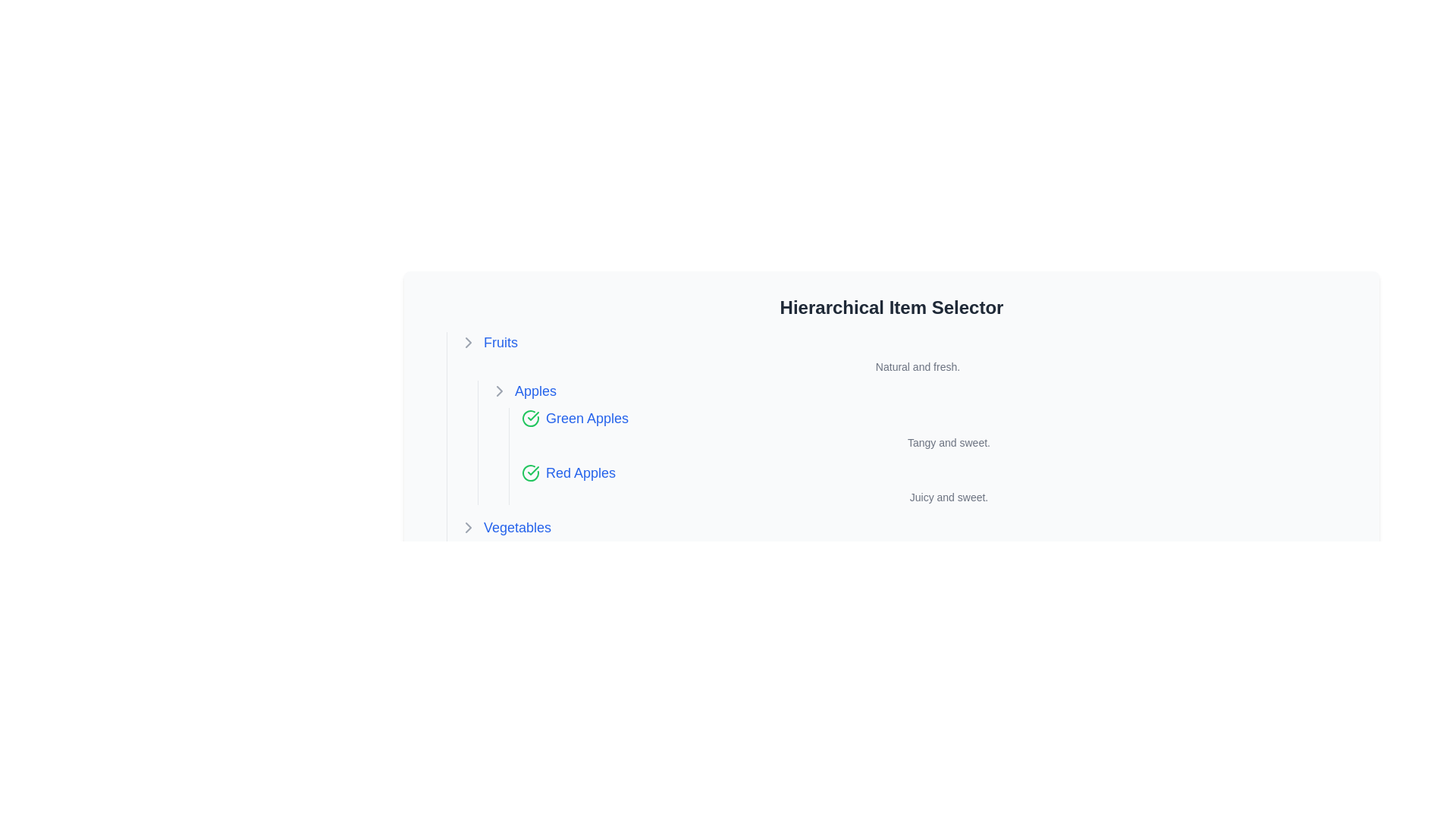  What do you see at coordinates (892, 307) in the screenshot?
I see `the 'Hierarchical Item Selector' text label, which is styled with a large and bold font and located at the top center of the hierarchical selection interface` at bounding box center [892, 307].